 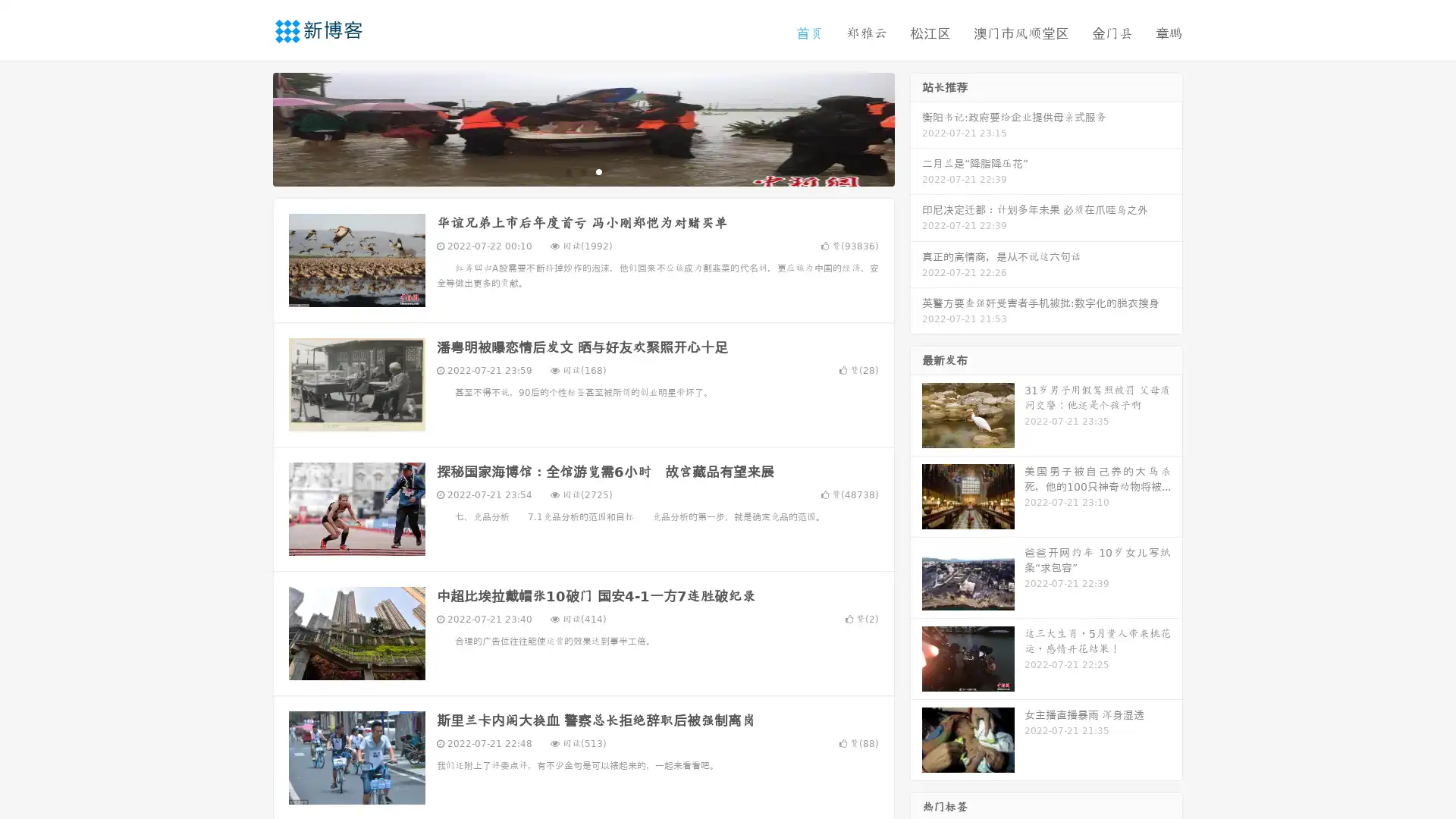 I want to click on Go to slide 2, so click(x=582, y=171).